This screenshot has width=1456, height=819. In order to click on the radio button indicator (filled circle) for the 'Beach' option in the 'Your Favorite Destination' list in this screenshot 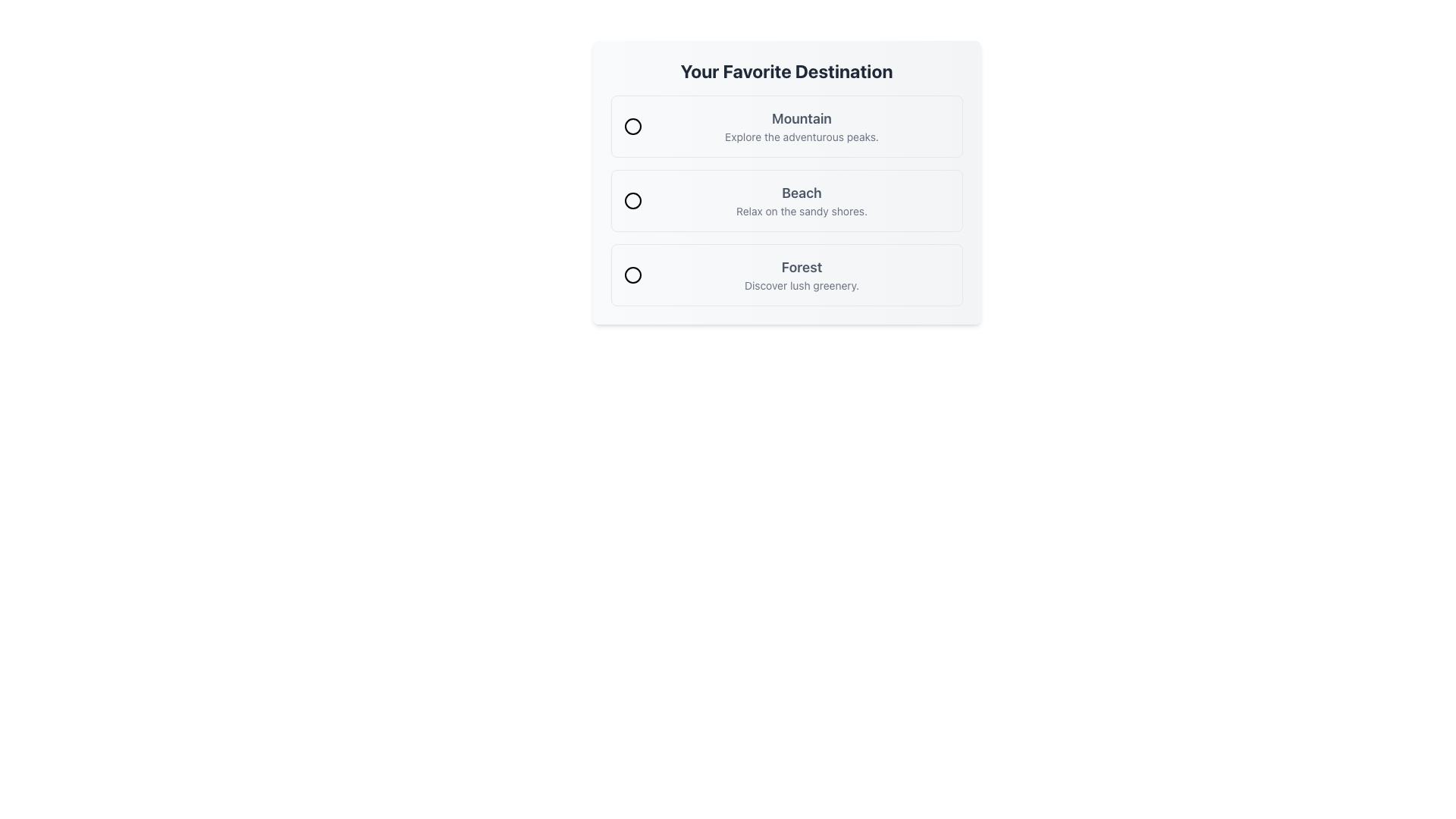, I will do `click(632, 200)`.